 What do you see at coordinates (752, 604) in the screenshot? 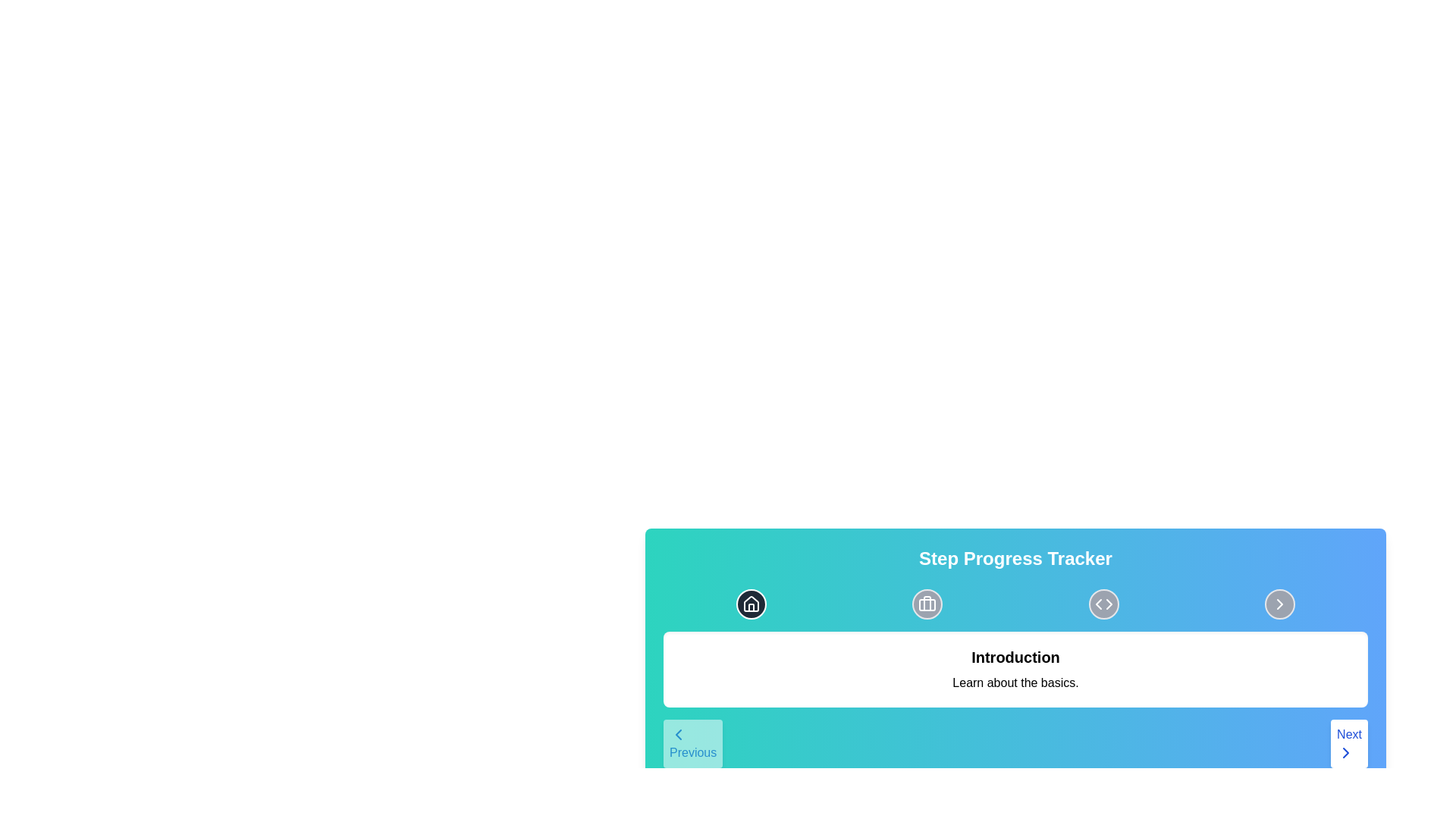
I see `the home icon represented by an SVG graphic within a circular button, located at the top left of the step progress tracker interface` at bounding box center [752, 604].